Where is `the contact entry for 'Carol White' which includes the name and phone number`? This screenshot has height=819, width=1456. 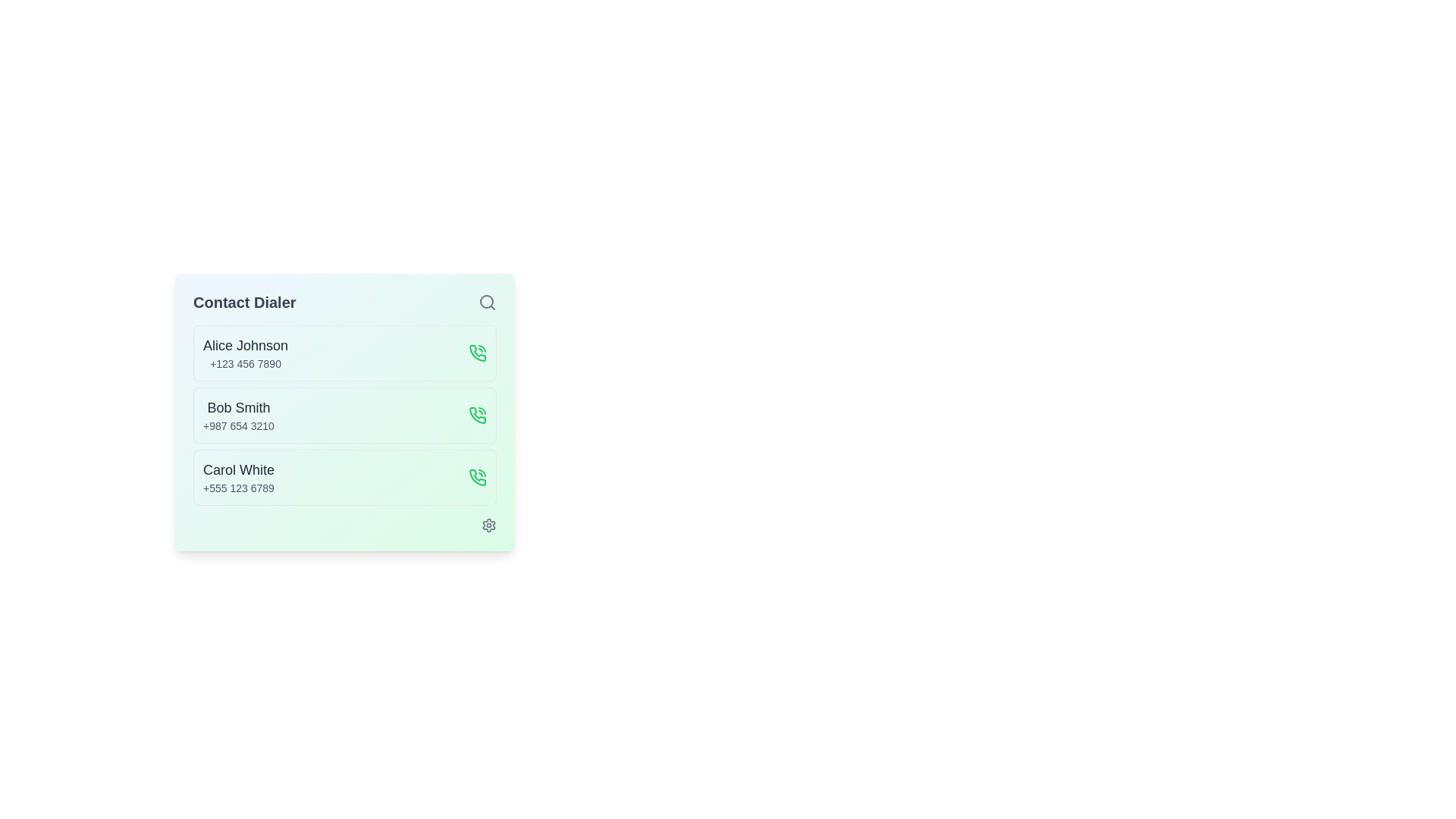
the contact entry for 'Carol White' which includes the name and phone number is located at coordinates (344, 476).